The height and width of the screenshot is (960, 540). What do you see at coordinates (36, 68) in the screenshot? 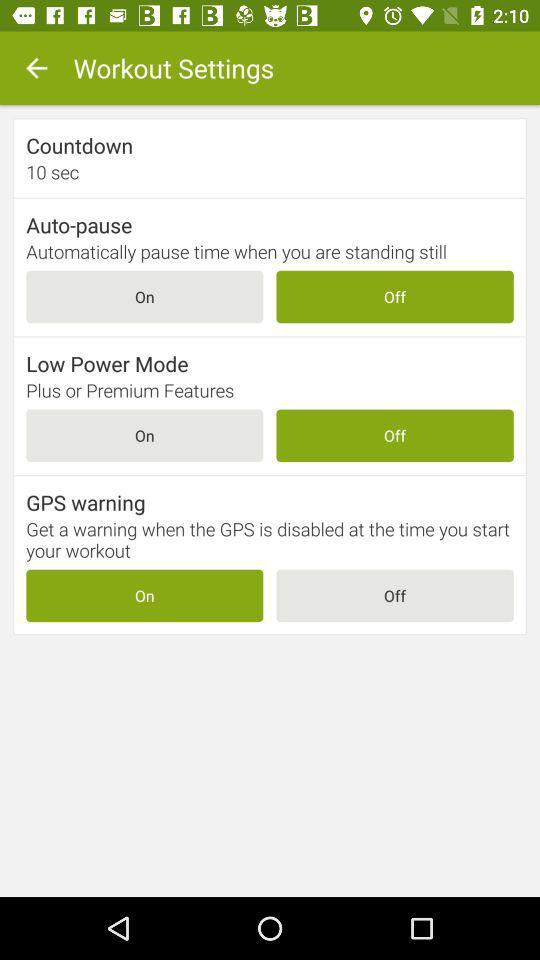
I see `the item above the countdown item` at bounding box center [36, 68].